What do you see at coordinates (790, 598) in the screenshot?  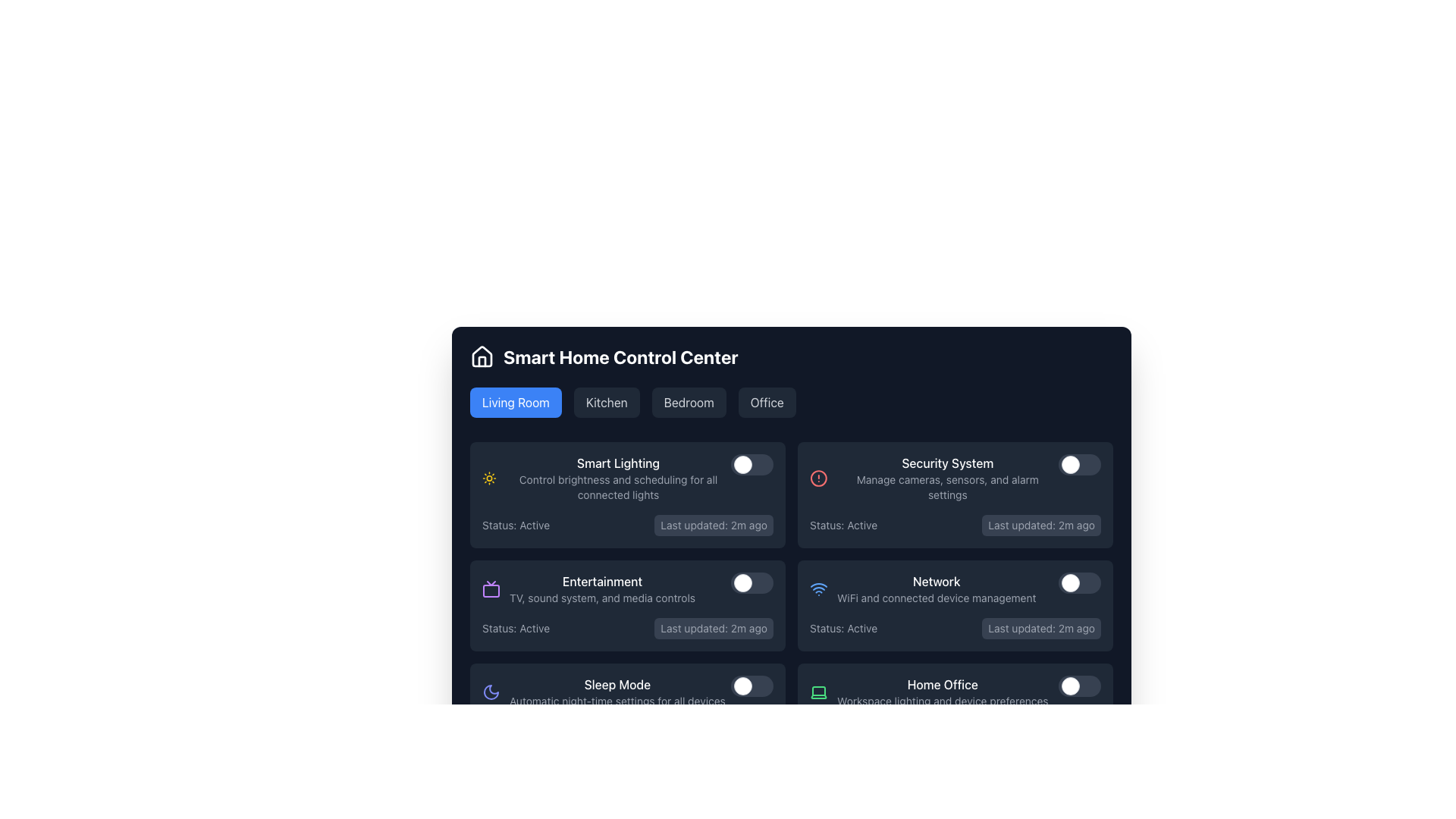 I see `one of the category cards in the grid layout to interact with its settings` at bounding box center [790, 598].